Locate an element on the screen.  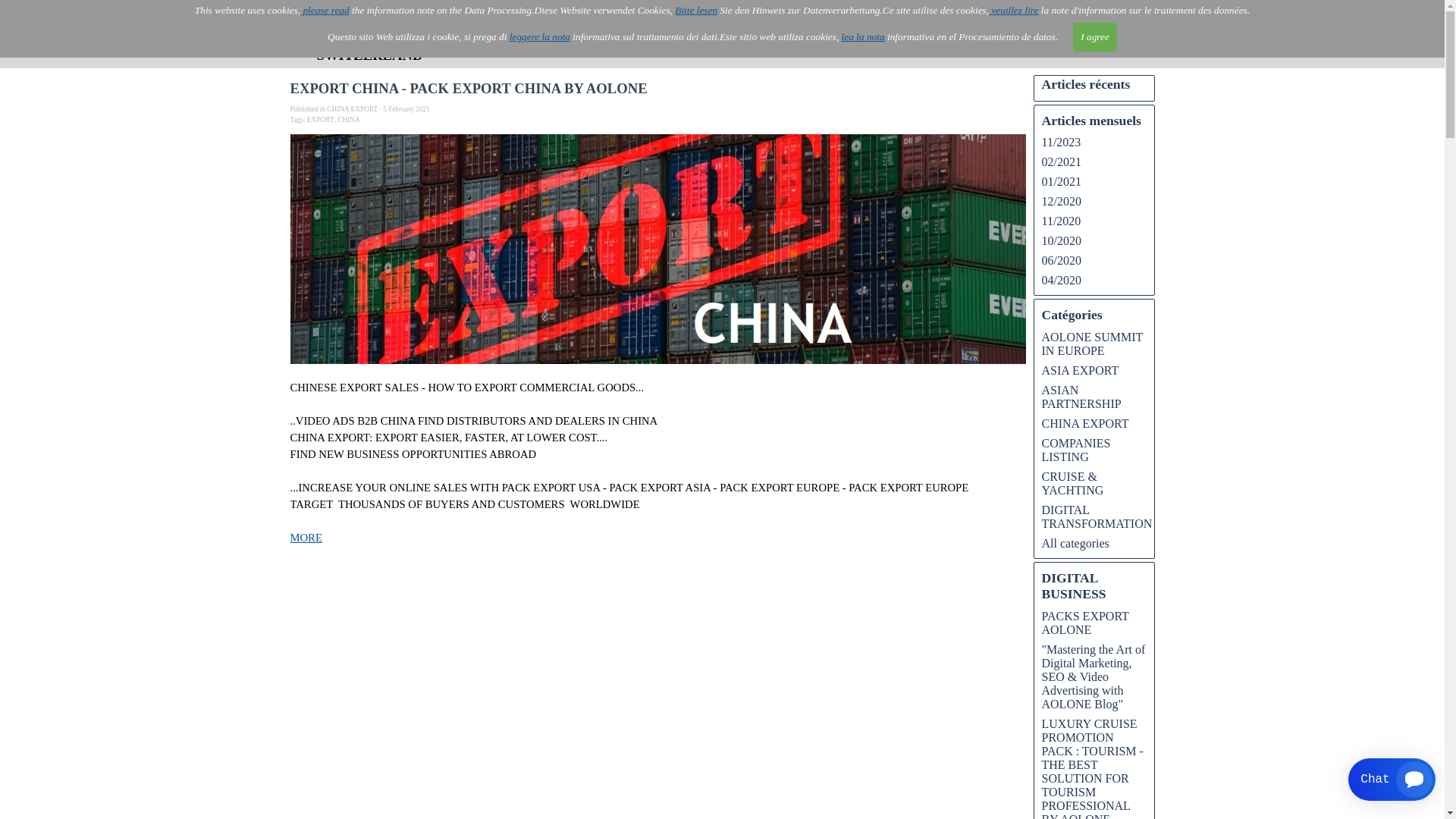
'All categories' is located at coordinates (1075, 542).